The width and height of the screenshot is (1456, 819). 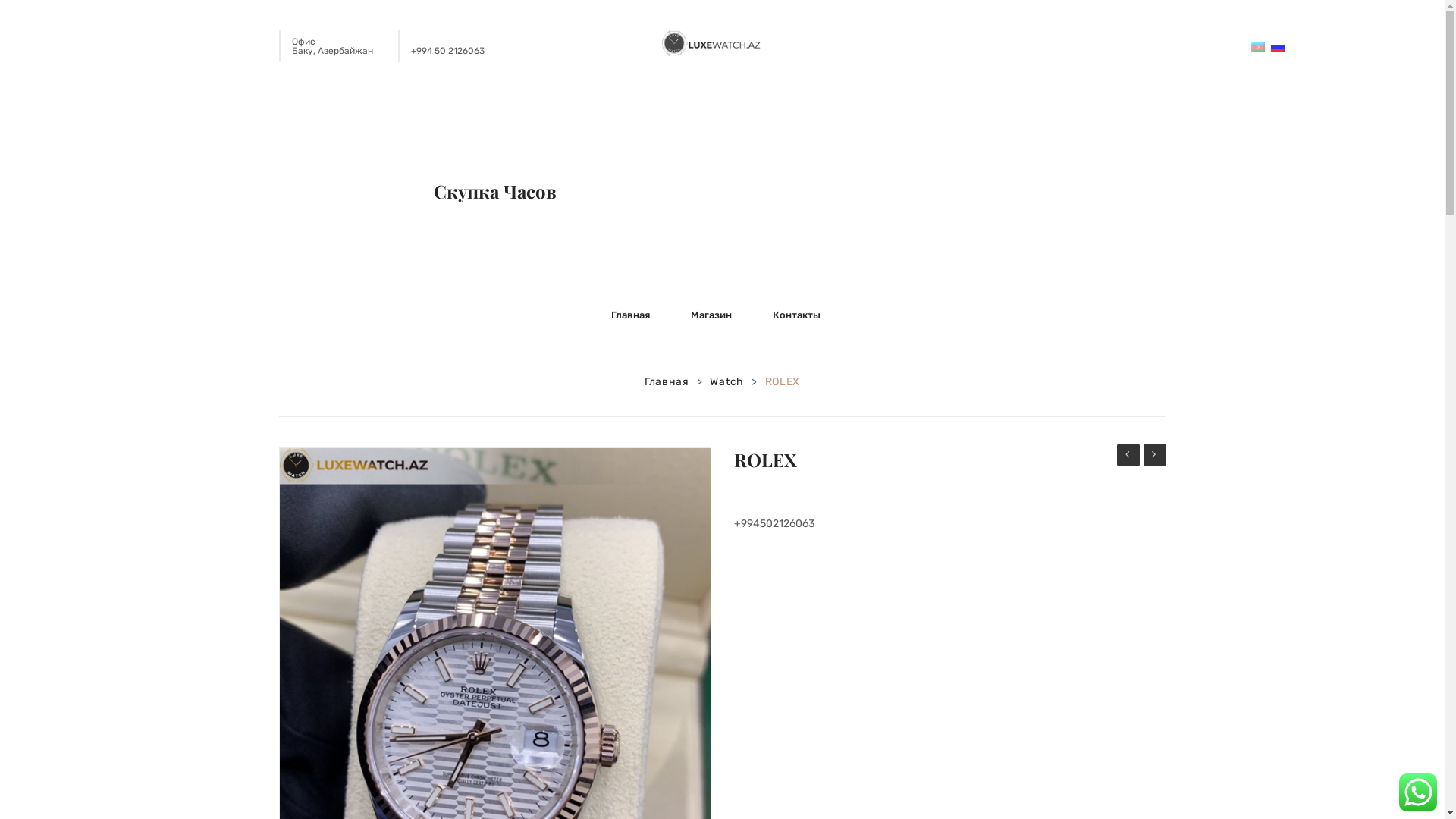 What do you see at coordinates (1251, 45) in the screenshot?
I see `'Azerbaijan (az)'` at bounding box center [1251, 45].